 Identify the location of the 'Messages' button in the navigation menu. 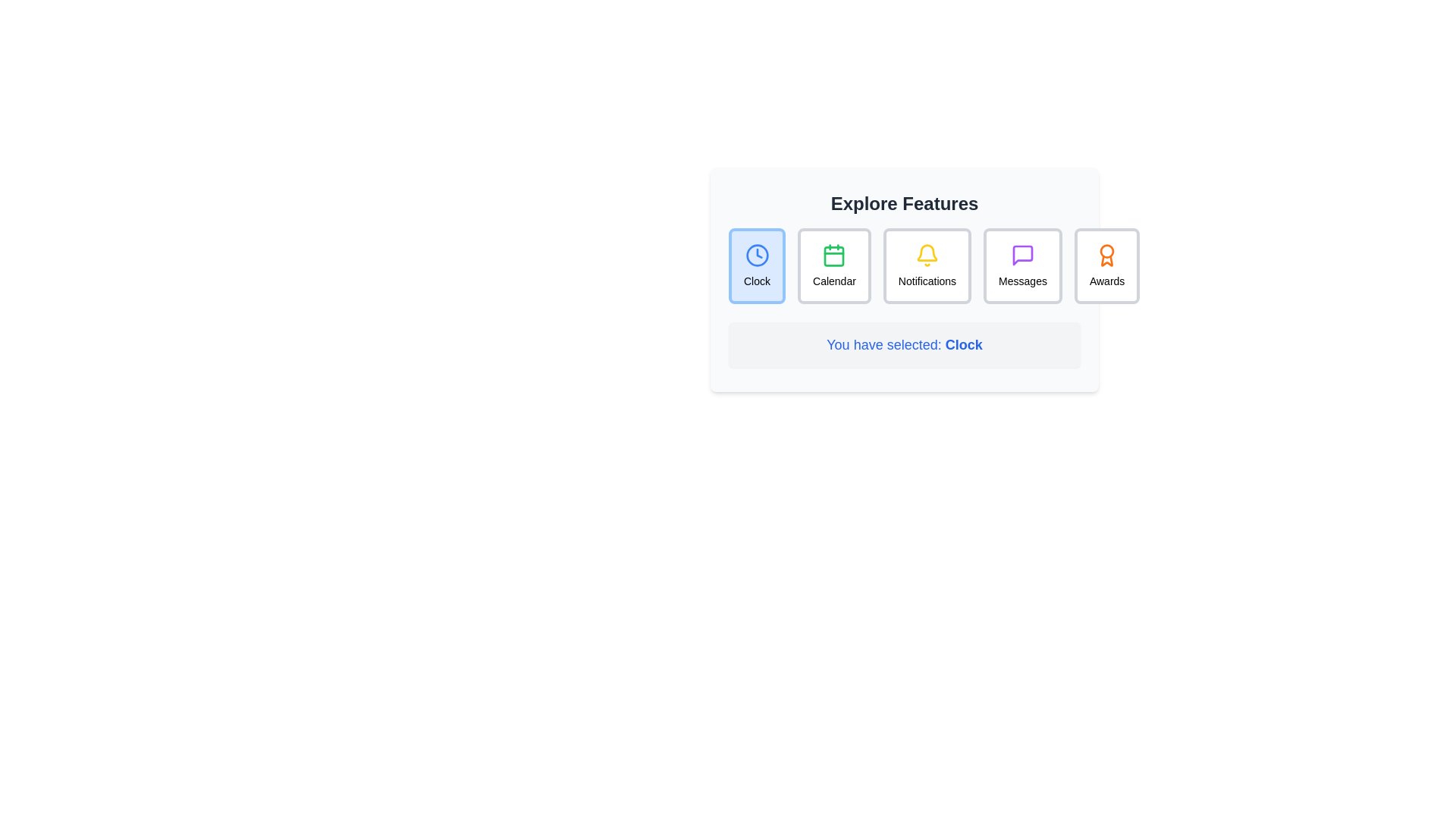
(1022, 265).